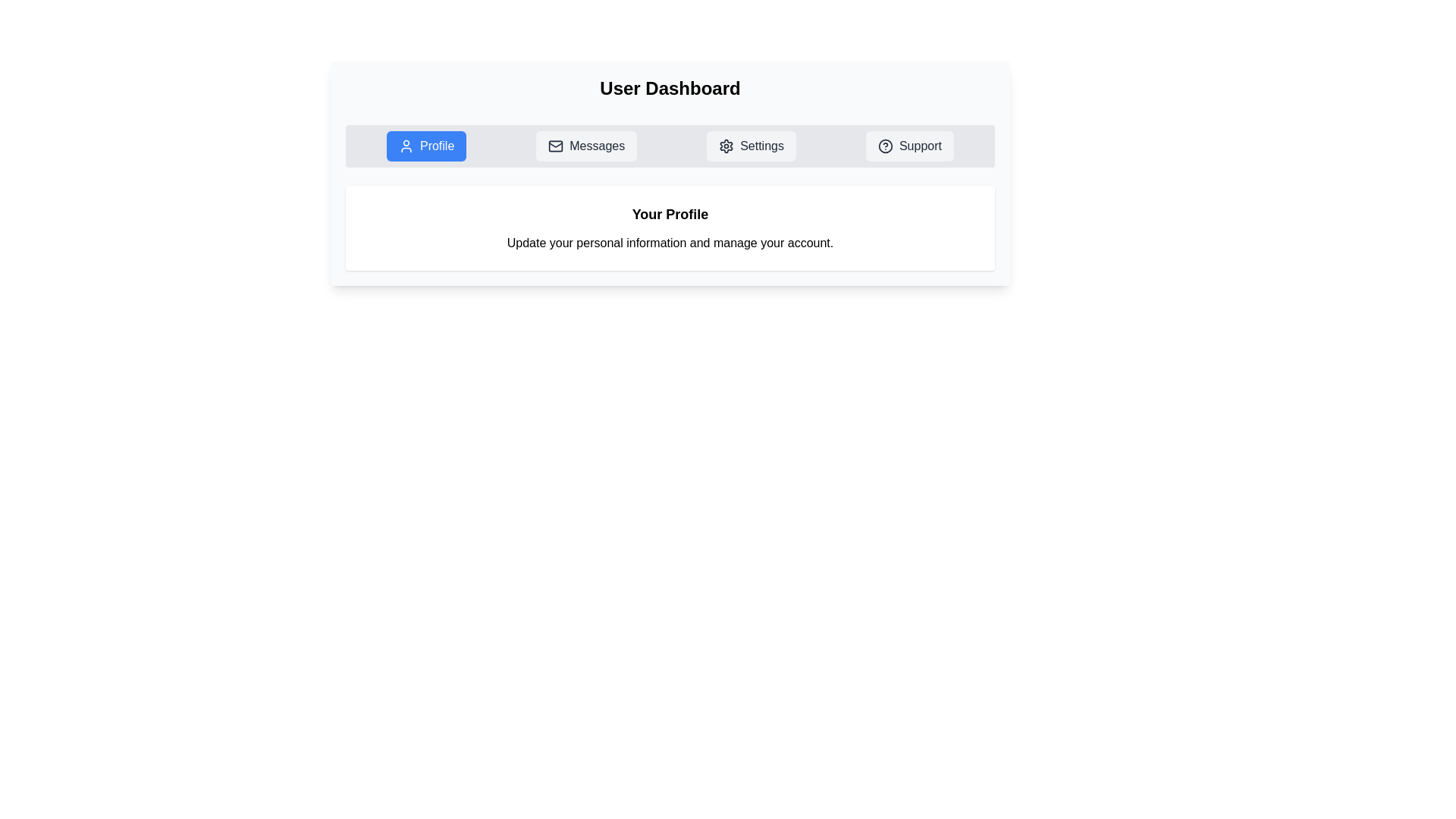 Image resolution: width=1456 pixels, height=819 pixels. What do you see at coordinates (669, 242) in the screenshot?
I see `descriptive text element that provides an overview for the 'Your Profile' section, located prominently in the center of the interface` at bounding box center [669, 242].